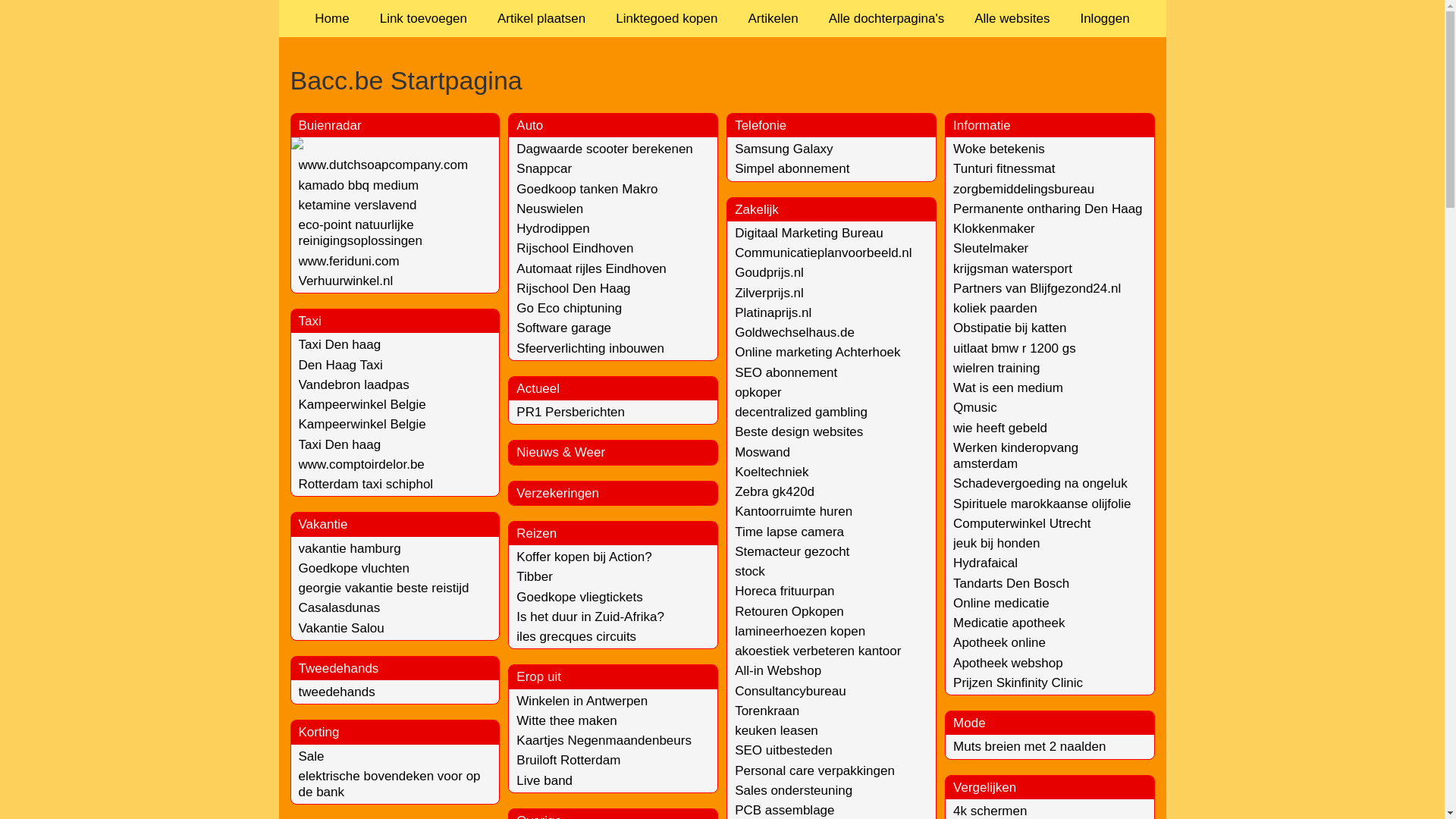  I want to click on 'Artikel plaatsen', so click(541, 18).